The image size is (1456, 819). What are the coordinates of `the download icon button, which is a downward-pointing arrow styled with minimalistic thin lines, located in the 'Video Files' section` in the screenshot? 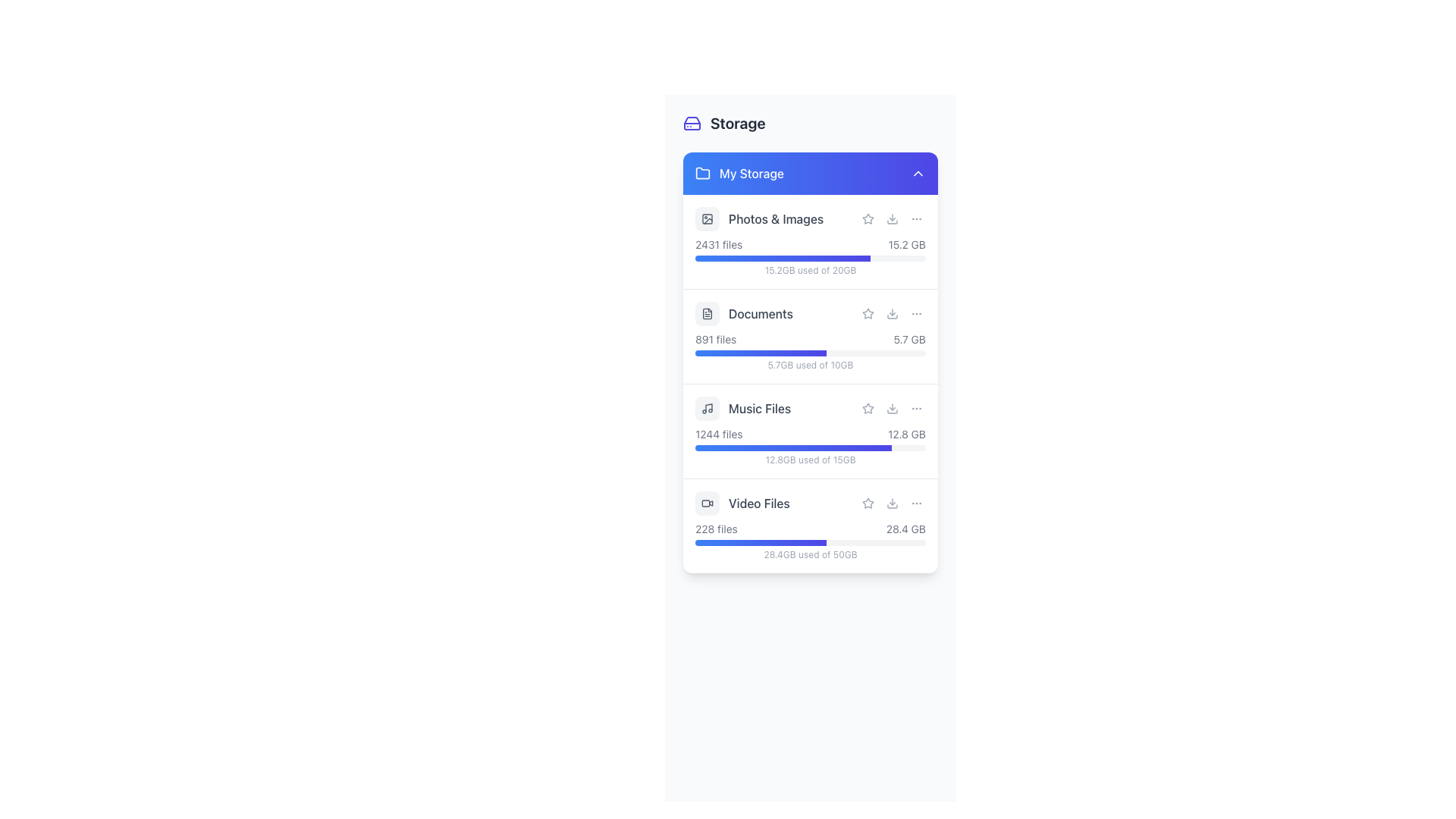 It's located at (892, 503).